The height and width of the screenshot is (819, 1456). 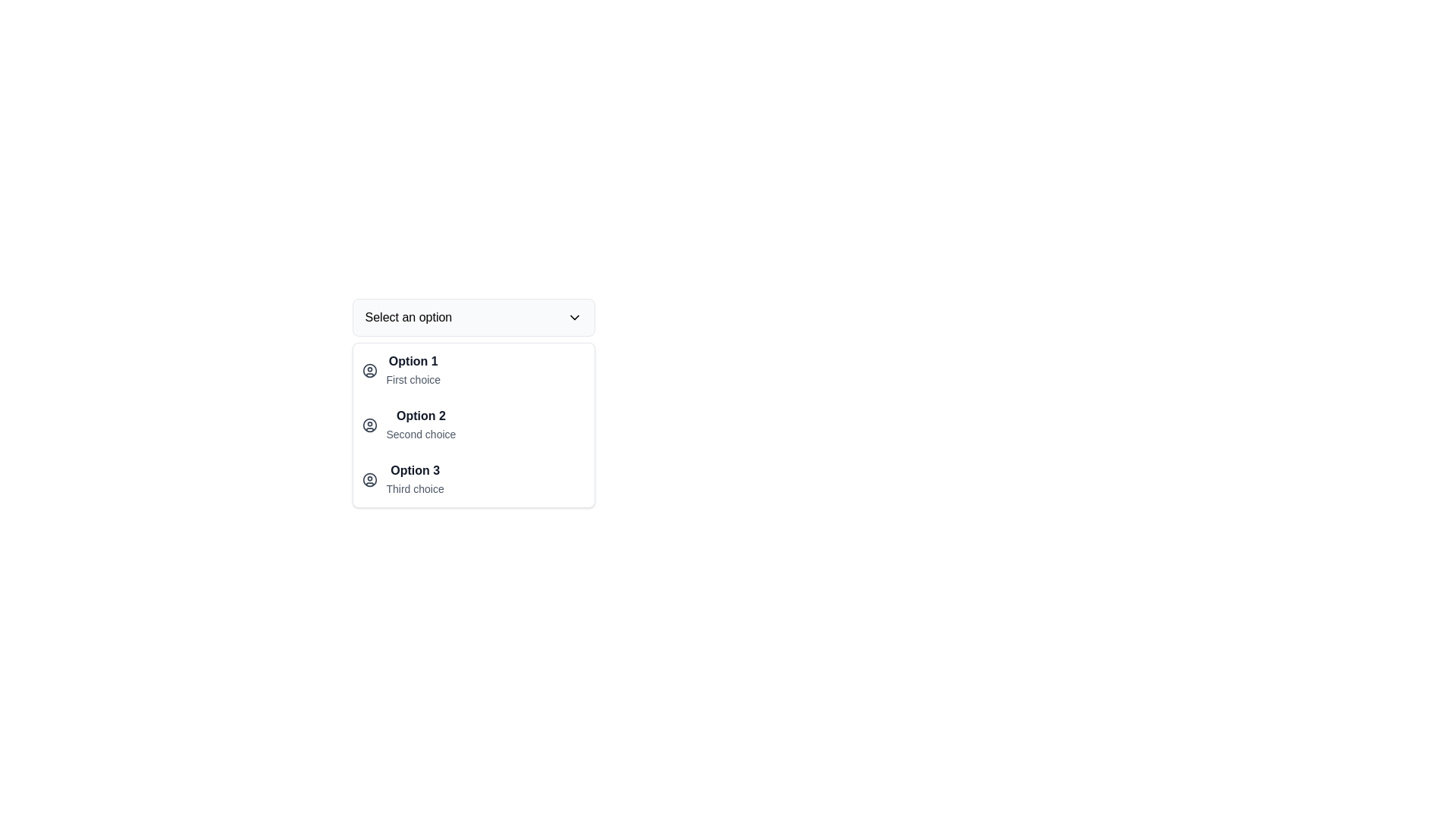 What do you see at coordinates (413, 371) in the screenshot?
I see `to select 'Option 1' in the dropdown menu positioned under the 'Select an option' title` at bounding box center [413, 371].